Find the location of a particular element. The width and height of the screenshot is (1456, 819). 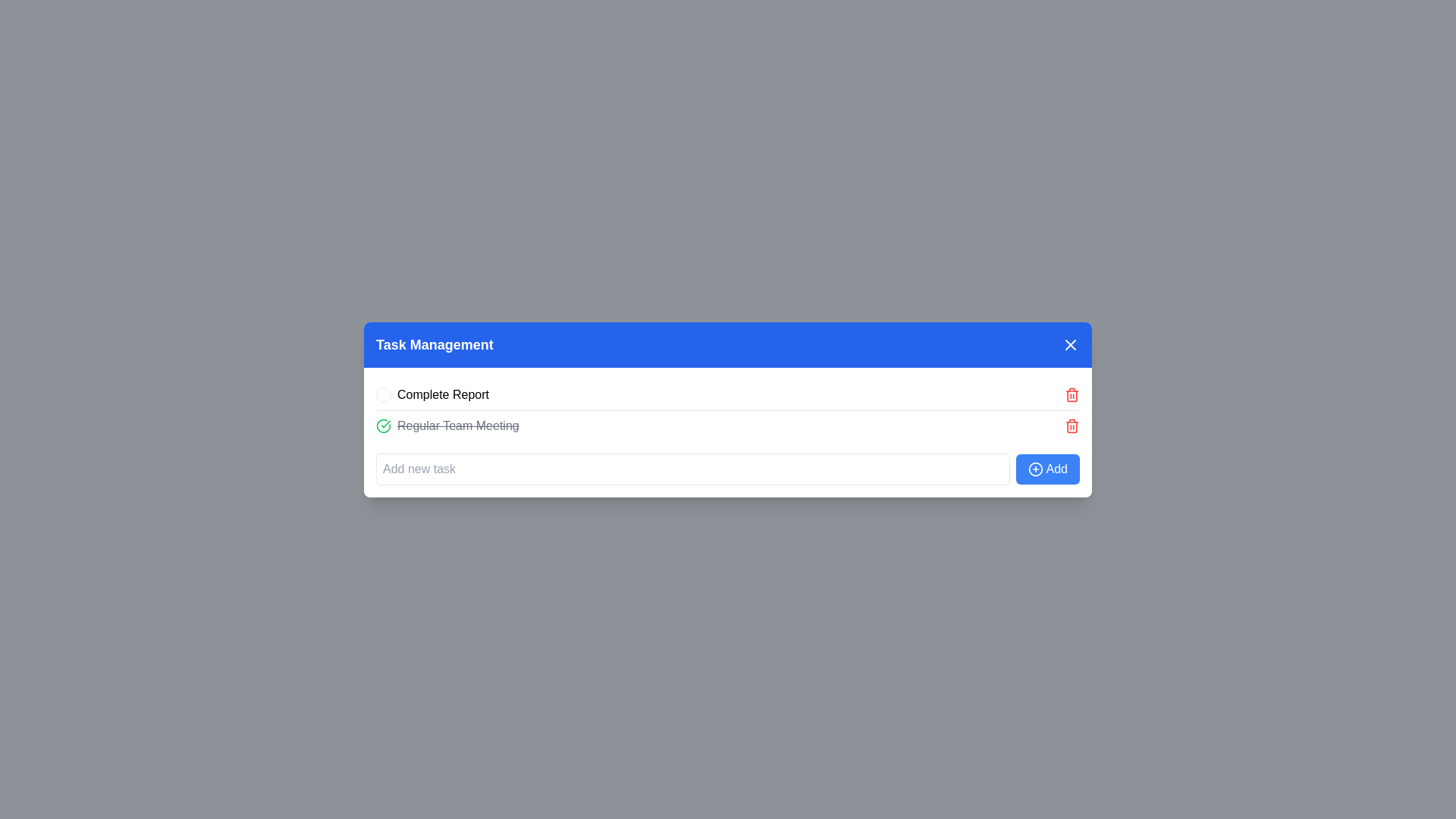

the small rounded circle indicator located at the leftmost side of the 'Complete Report' task entry is located at coordinates (383, 394).